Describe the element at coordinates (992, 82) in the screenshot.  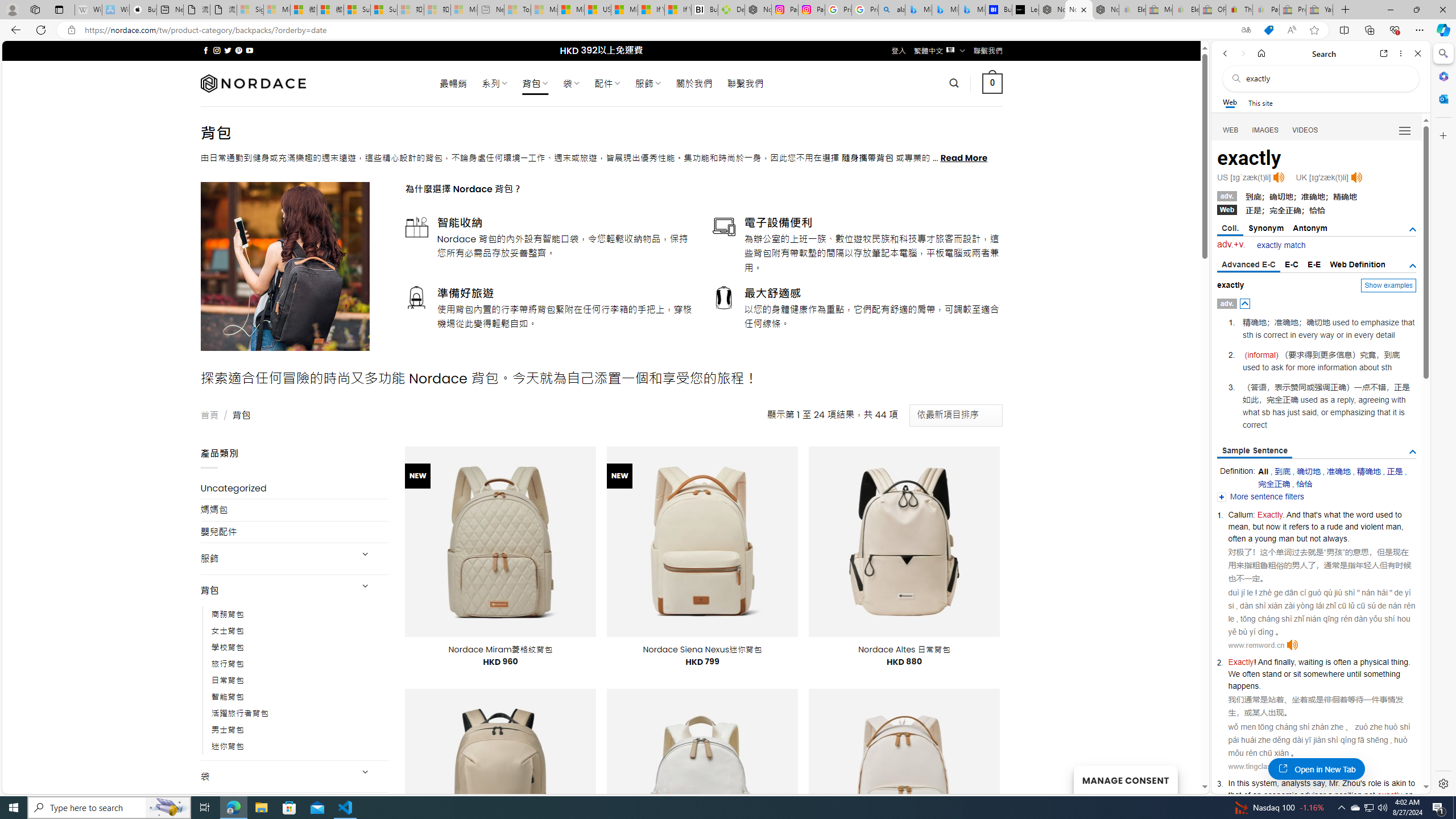
I see `'  0  '` at that location.